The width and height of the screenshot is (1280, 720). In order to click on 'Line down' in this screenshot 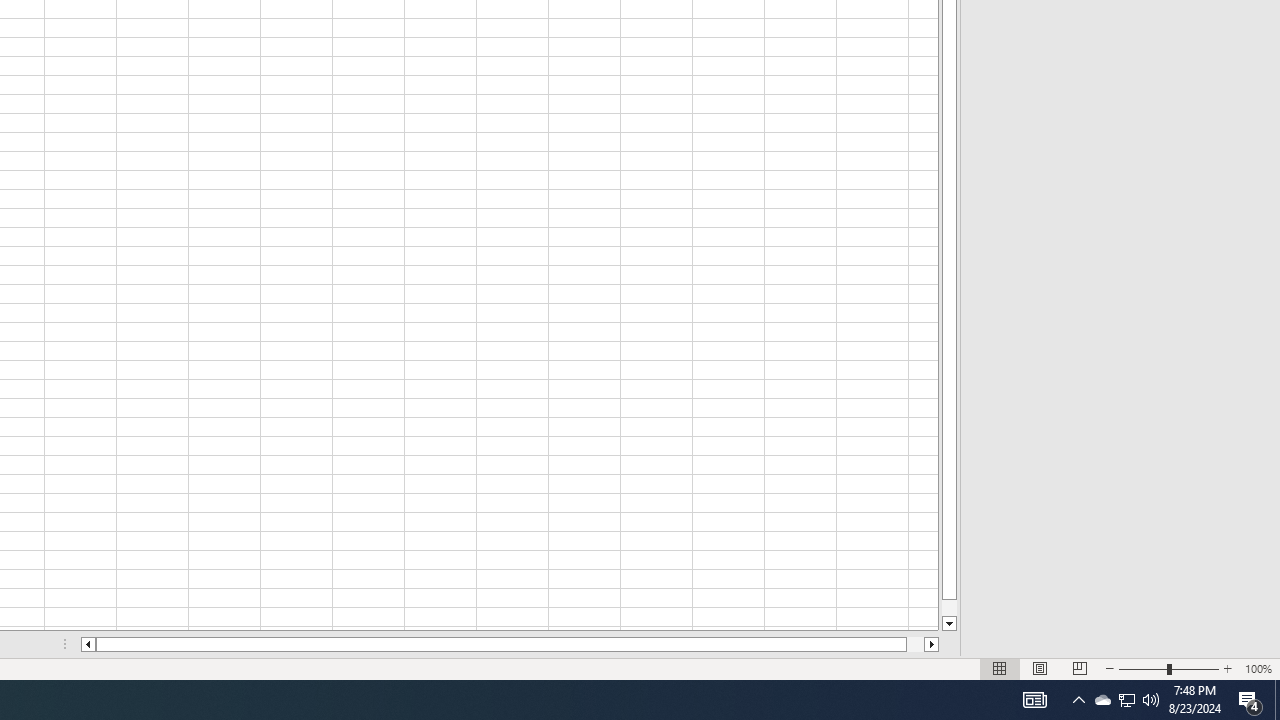, I will do `click(948, 623)`.